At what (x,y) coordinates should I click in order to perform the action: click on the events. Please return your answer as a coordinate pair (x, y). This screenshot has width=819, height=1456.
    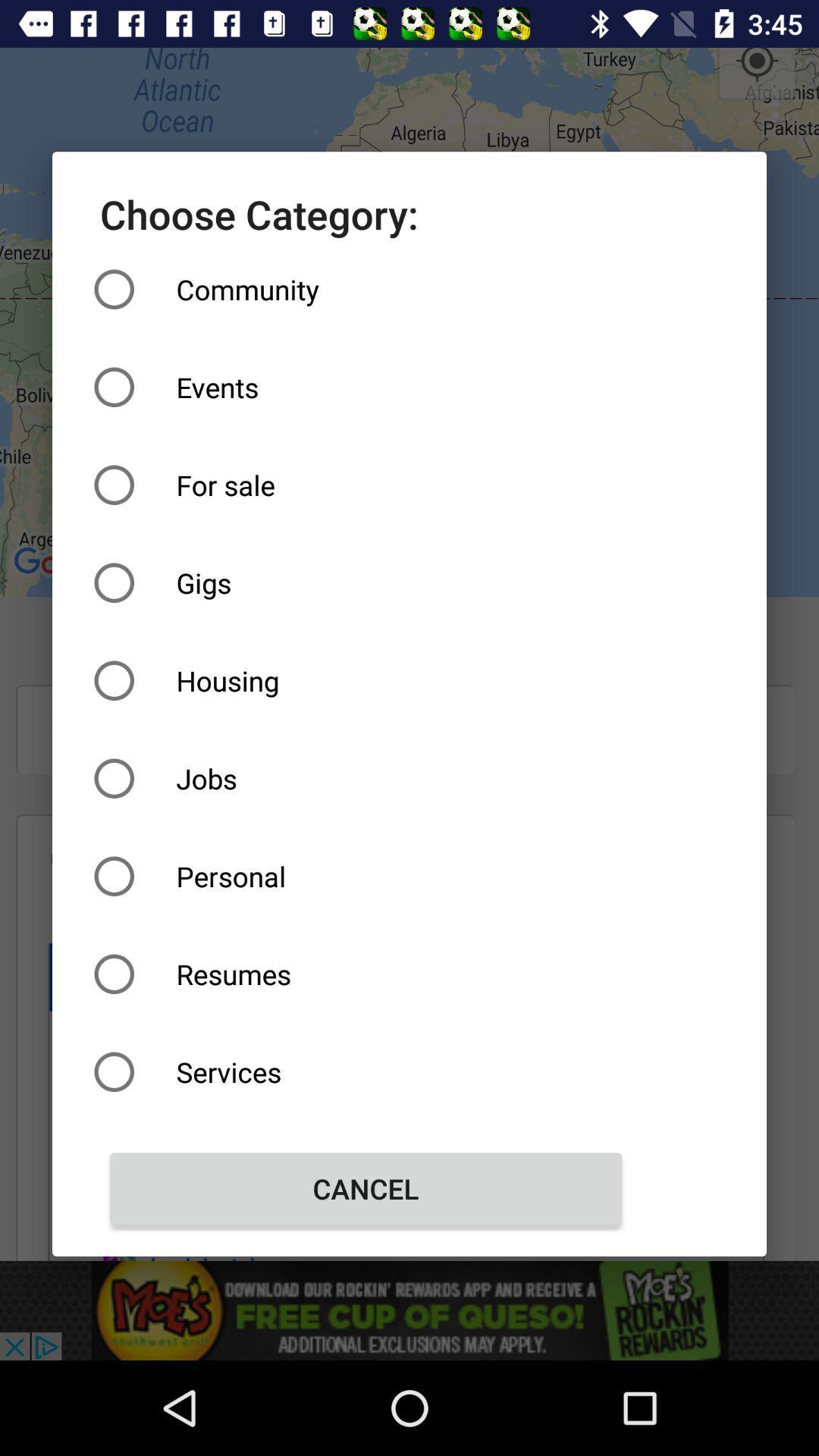
    Looking at the image, I should click on (366, 387).